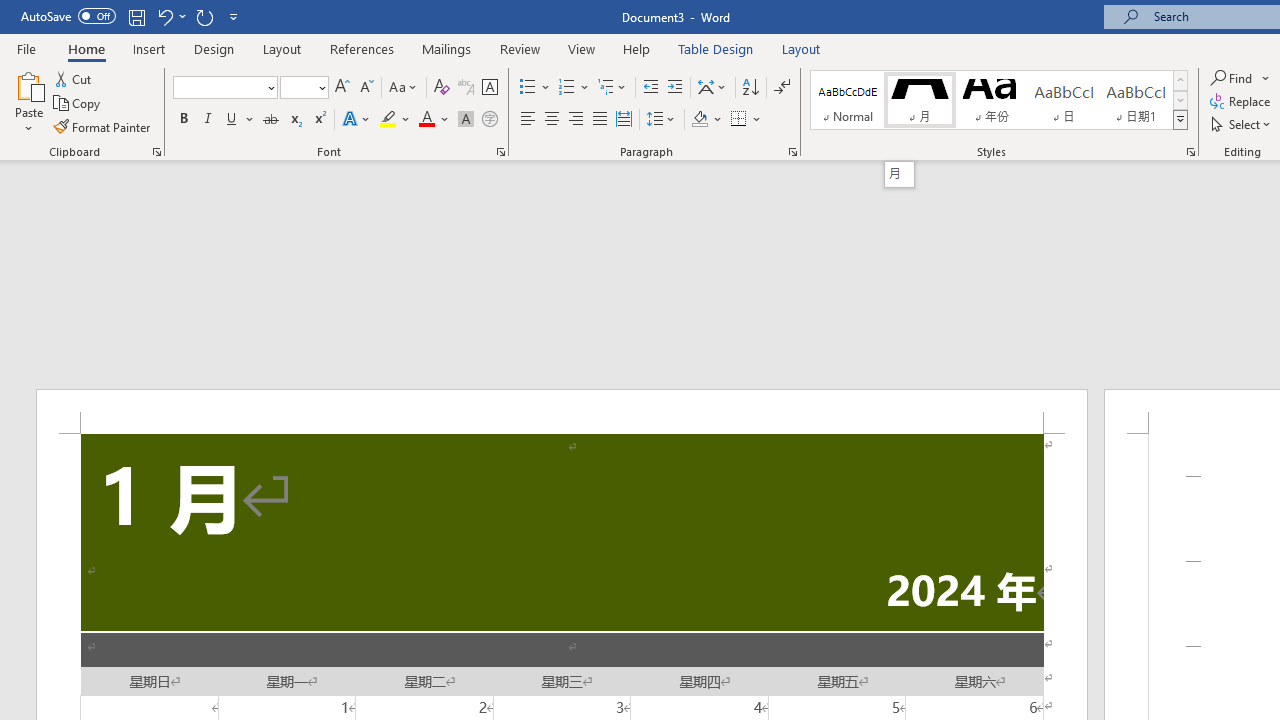 The width and height of the screenshot is (1280, 720). I want to click on 'Copy', so click(78, 103).